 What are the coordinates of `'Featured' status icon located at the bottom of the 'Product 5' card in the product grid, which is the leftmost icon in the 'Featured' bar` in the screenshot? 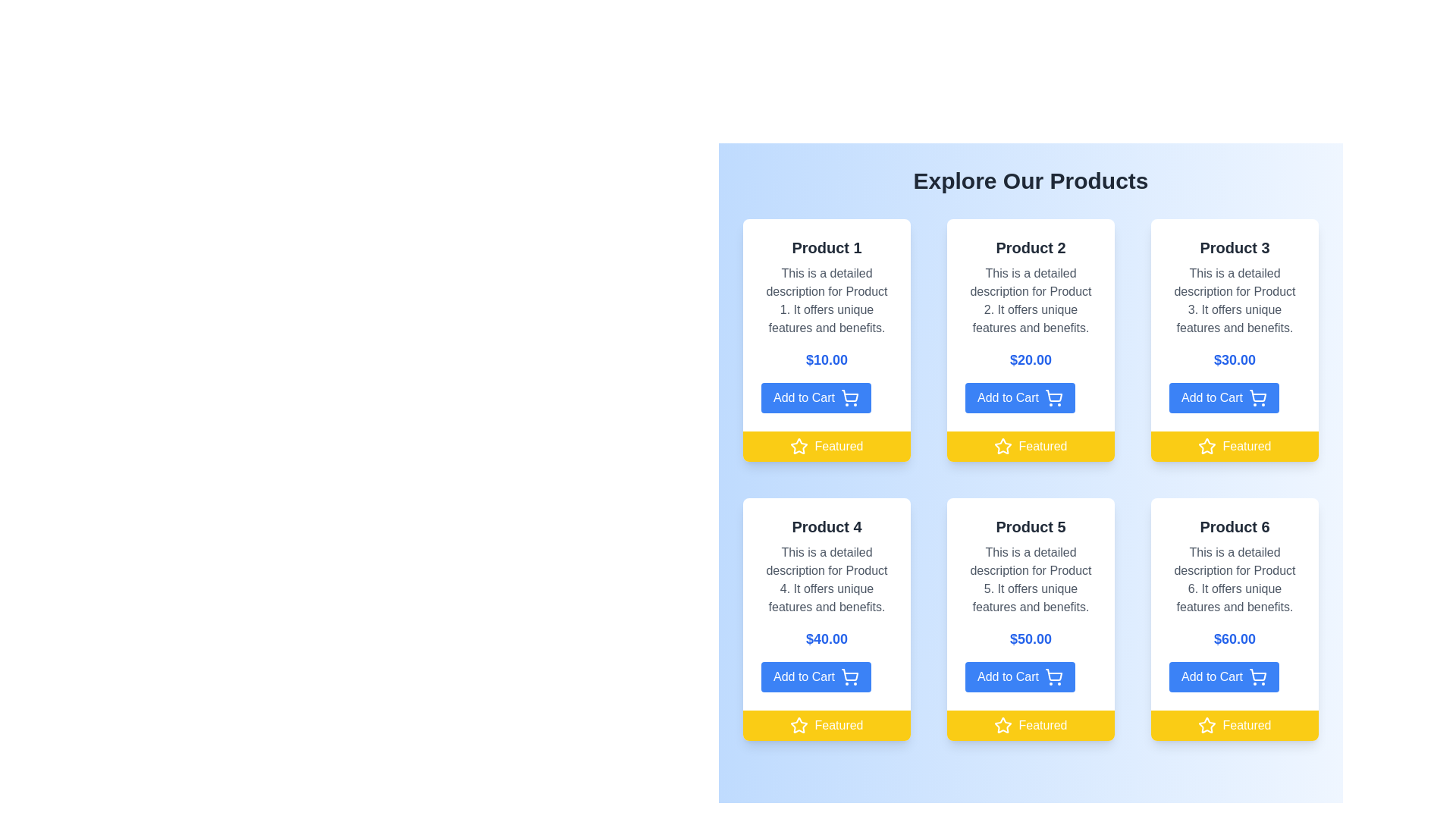 It's located at (1003, 724).